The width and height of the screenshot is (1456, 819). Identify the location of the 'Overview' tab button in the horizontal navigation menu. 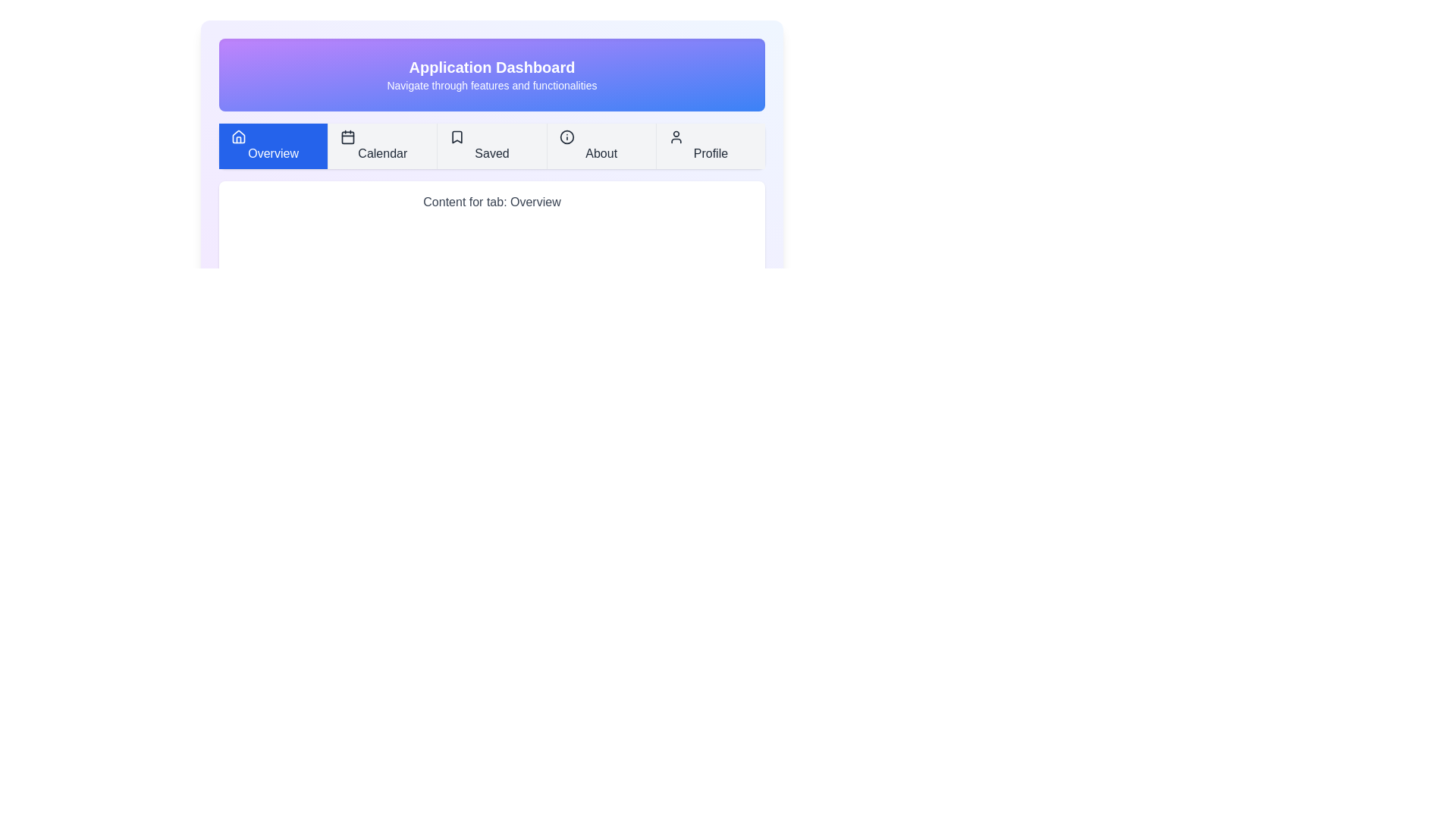
(273, 146).